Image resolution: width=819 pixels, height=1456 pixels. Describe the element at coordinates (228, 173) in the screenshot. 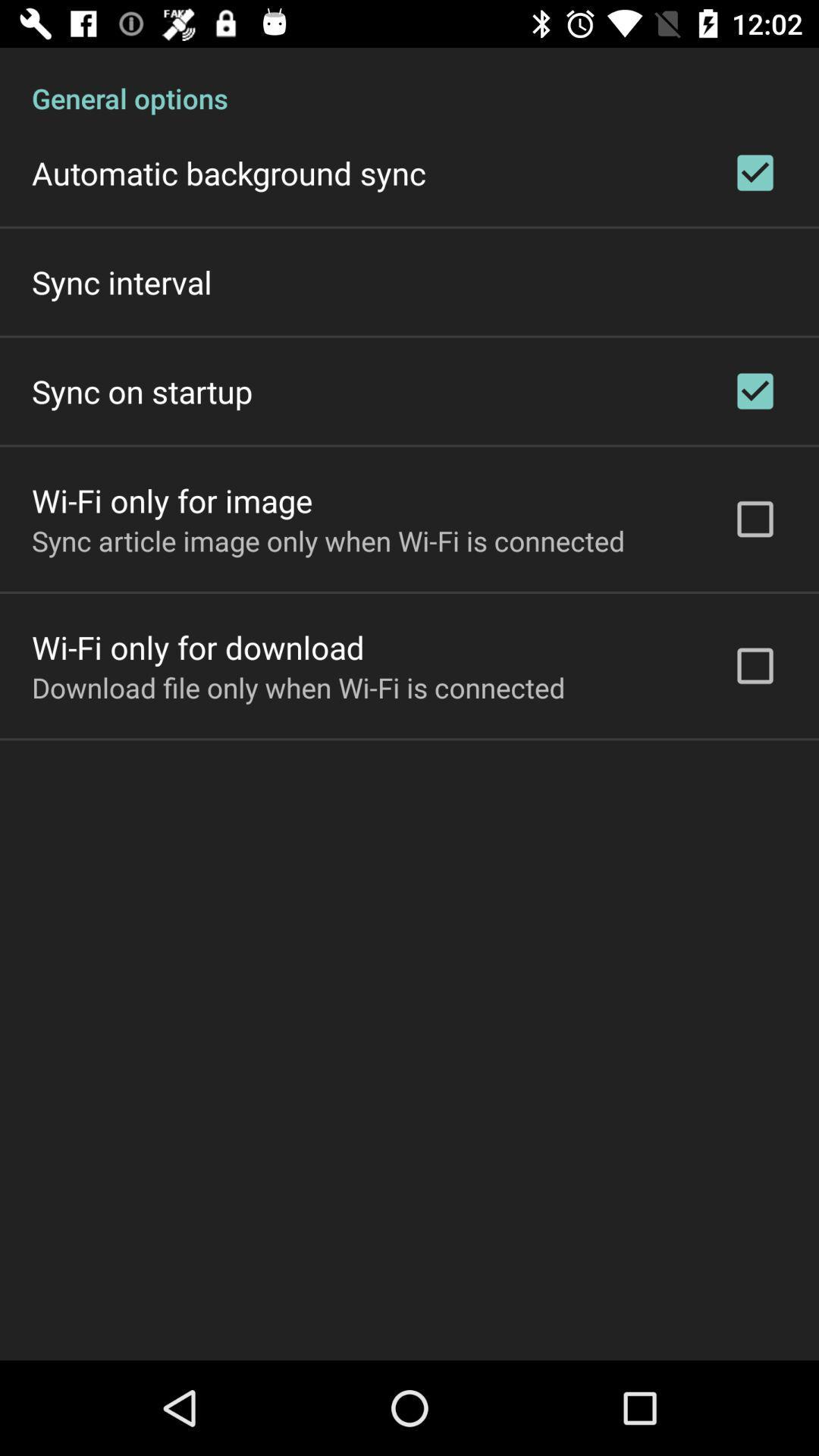

I see `automatic background sync` at that location.